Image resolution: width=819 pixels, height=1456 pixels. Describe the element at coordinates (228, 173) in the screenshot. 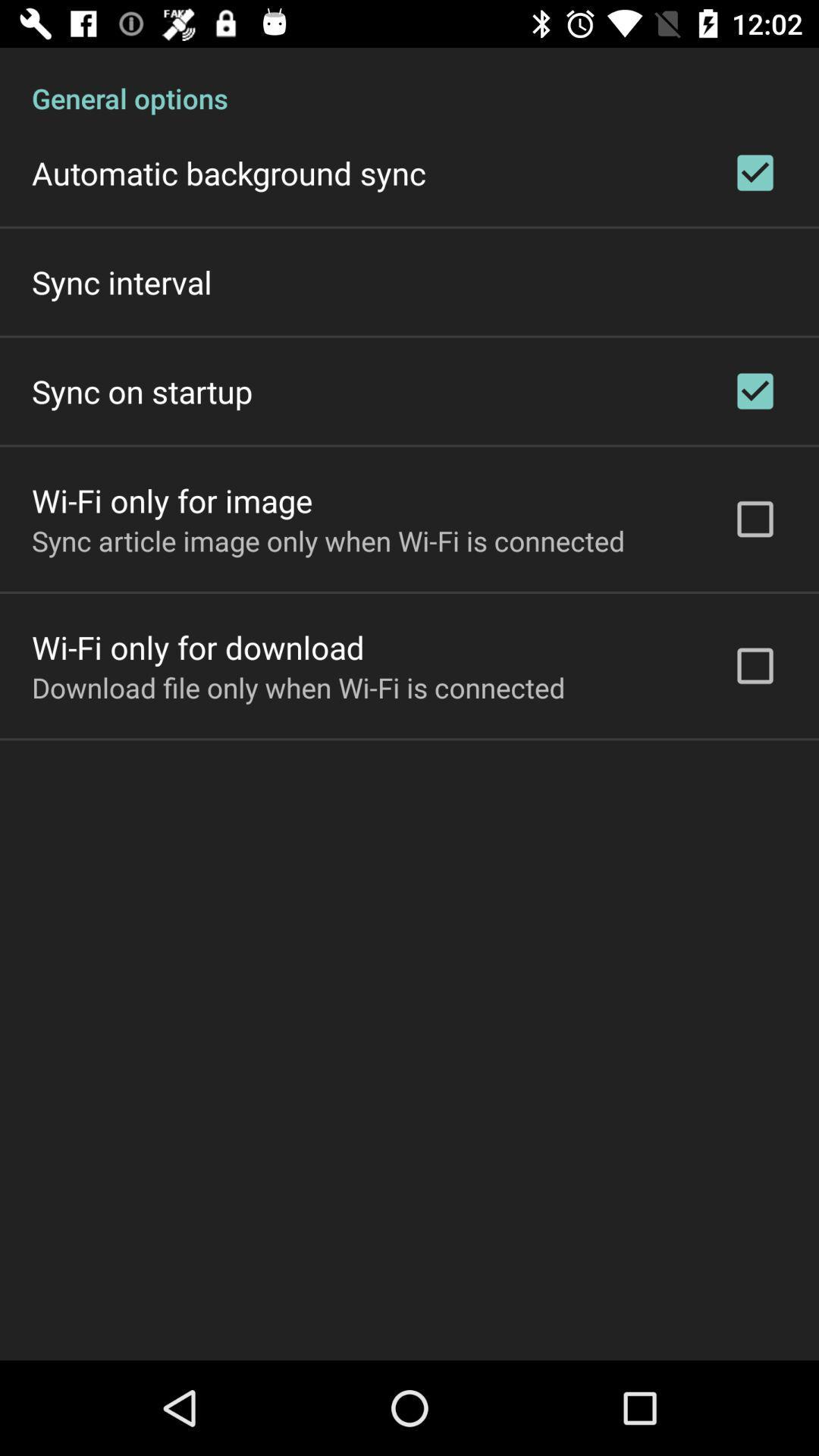

I see `automatic background sync` at that location.